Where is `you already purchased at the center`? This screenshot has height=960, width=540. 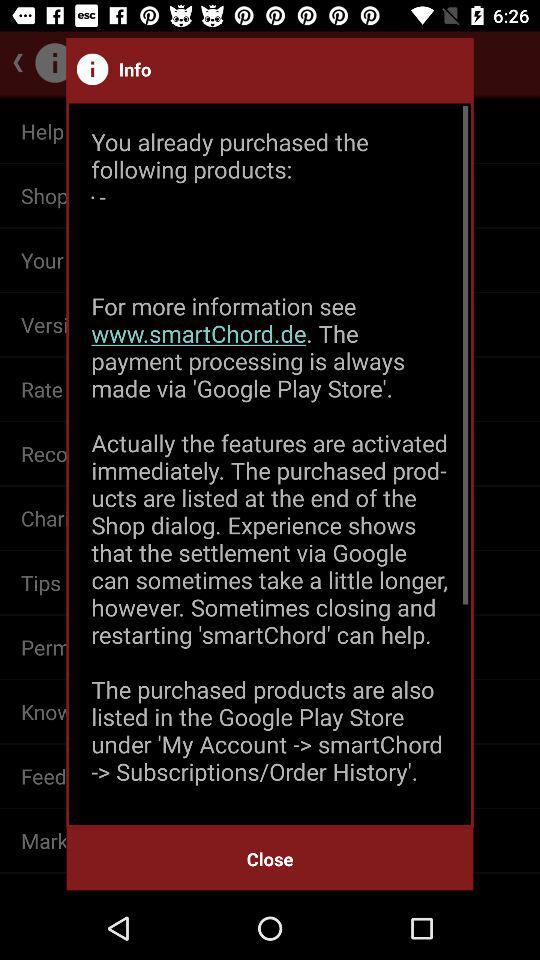 you already purchased at the center is located at coordinates (270, 464).